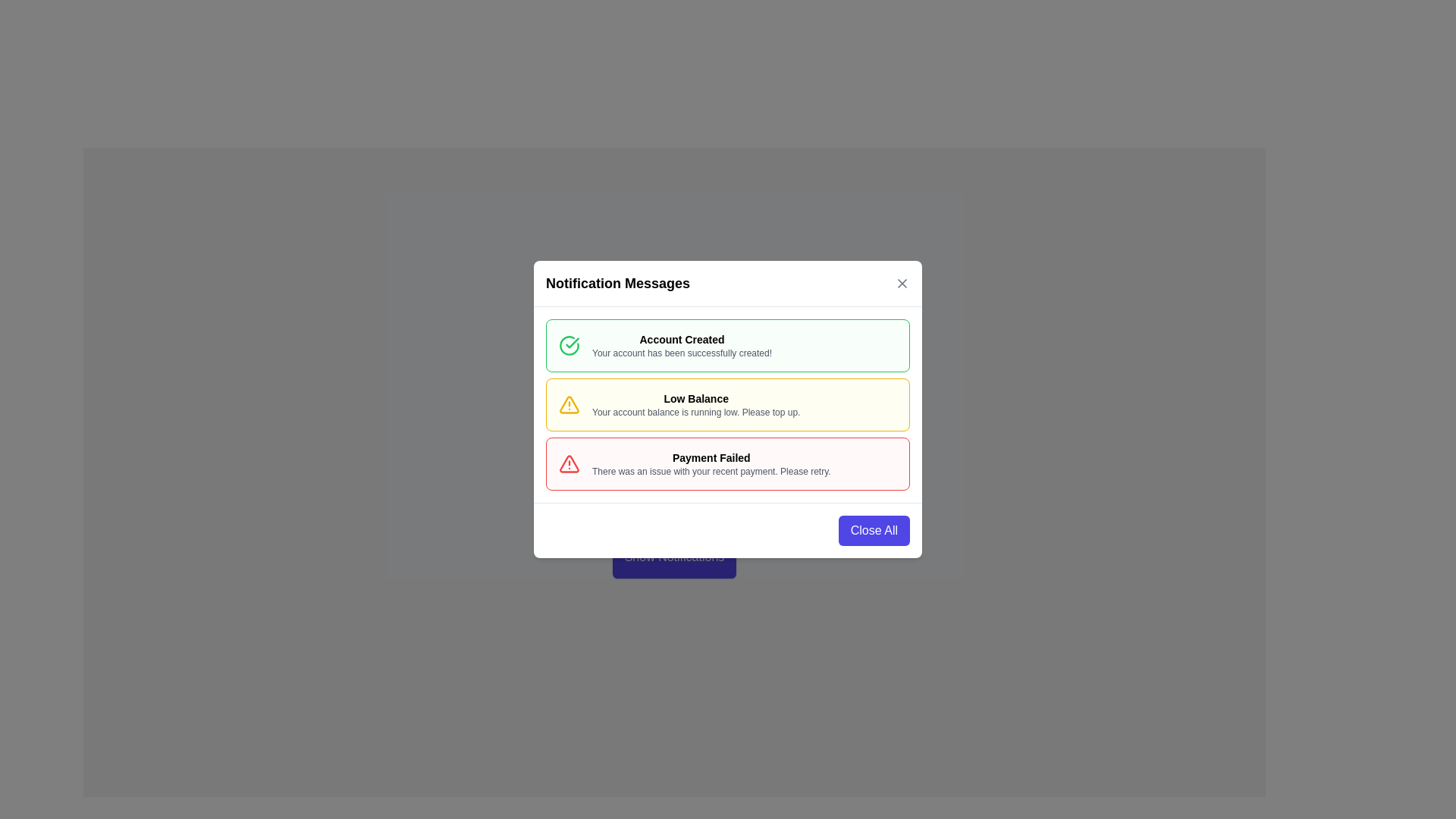 The width and height of the screenshot is (1456, 819). I want to click on the Notification card that displays a low account balance alert, which is the second notification in the vertical list within the modal dialog box, so click(728, 403).